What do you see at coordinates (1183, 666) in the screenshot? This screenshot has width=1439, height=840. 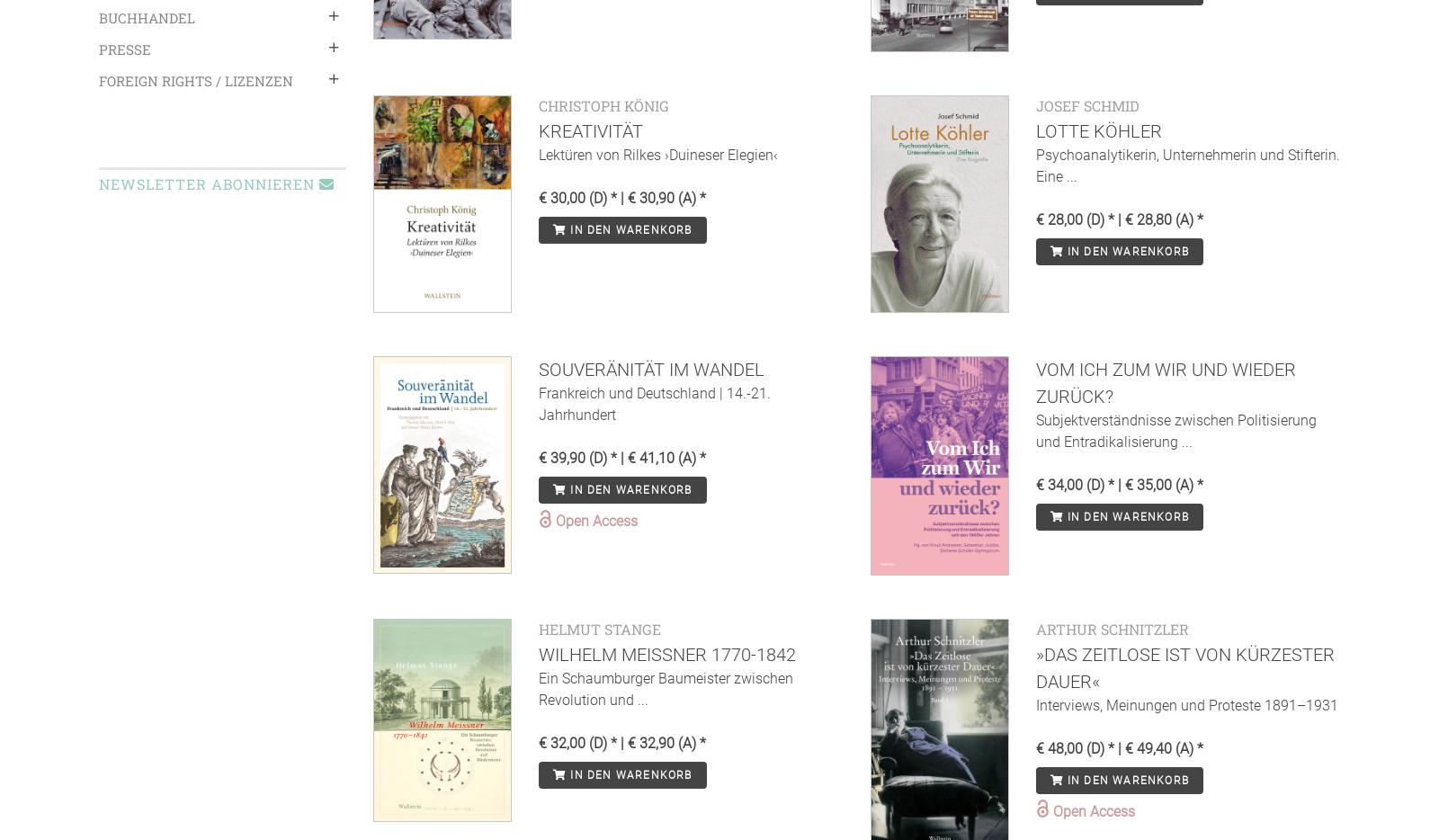 I see `'»Das Zeitlose ist von kürzester Dauer«'` at bounding box center [1183, 666].